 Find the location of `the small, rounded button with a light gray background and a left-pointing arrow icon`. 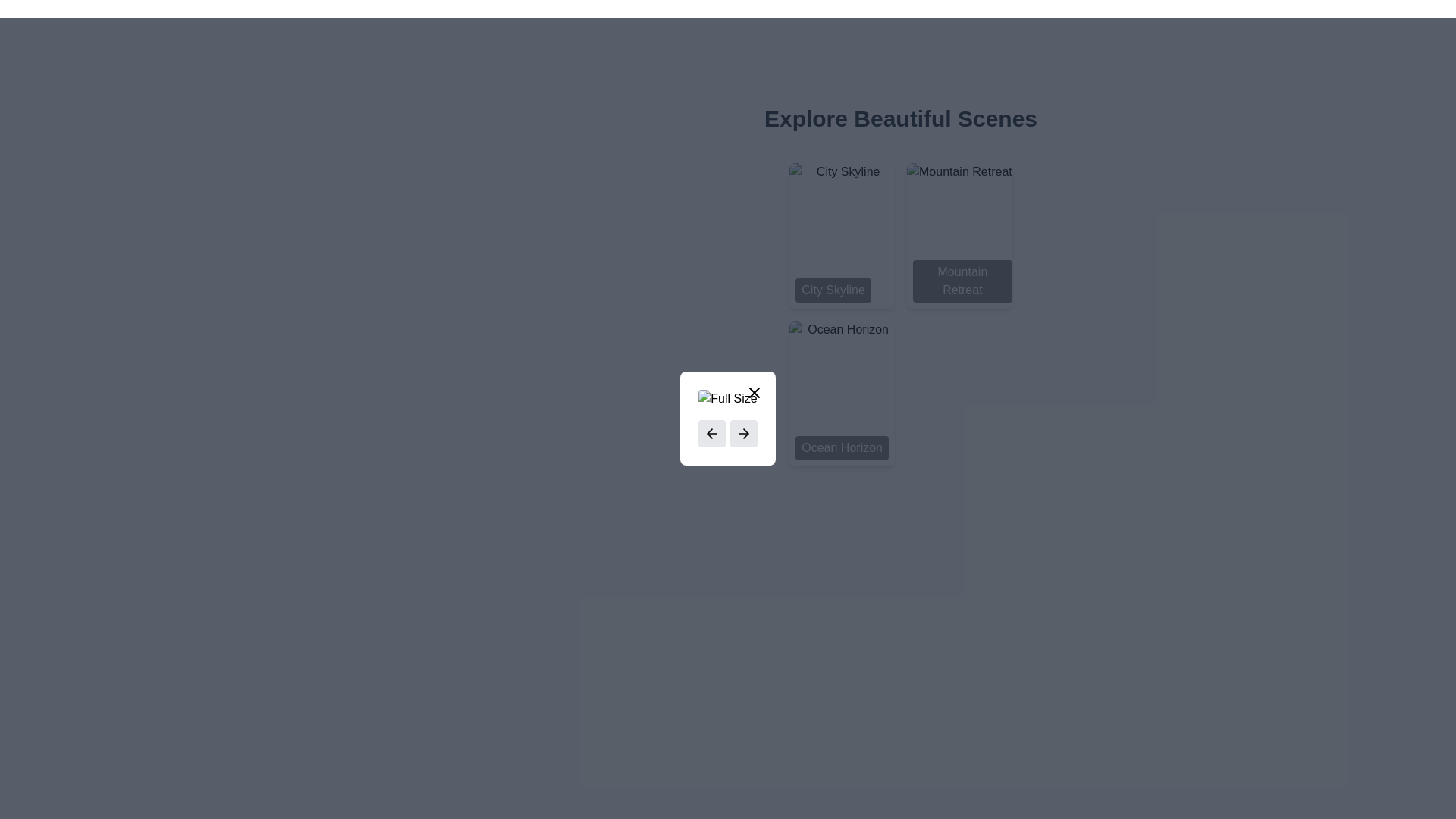

the small, rounded button with a light gray background and a left-pointing arrow icon is located at coordinates (711, 433).